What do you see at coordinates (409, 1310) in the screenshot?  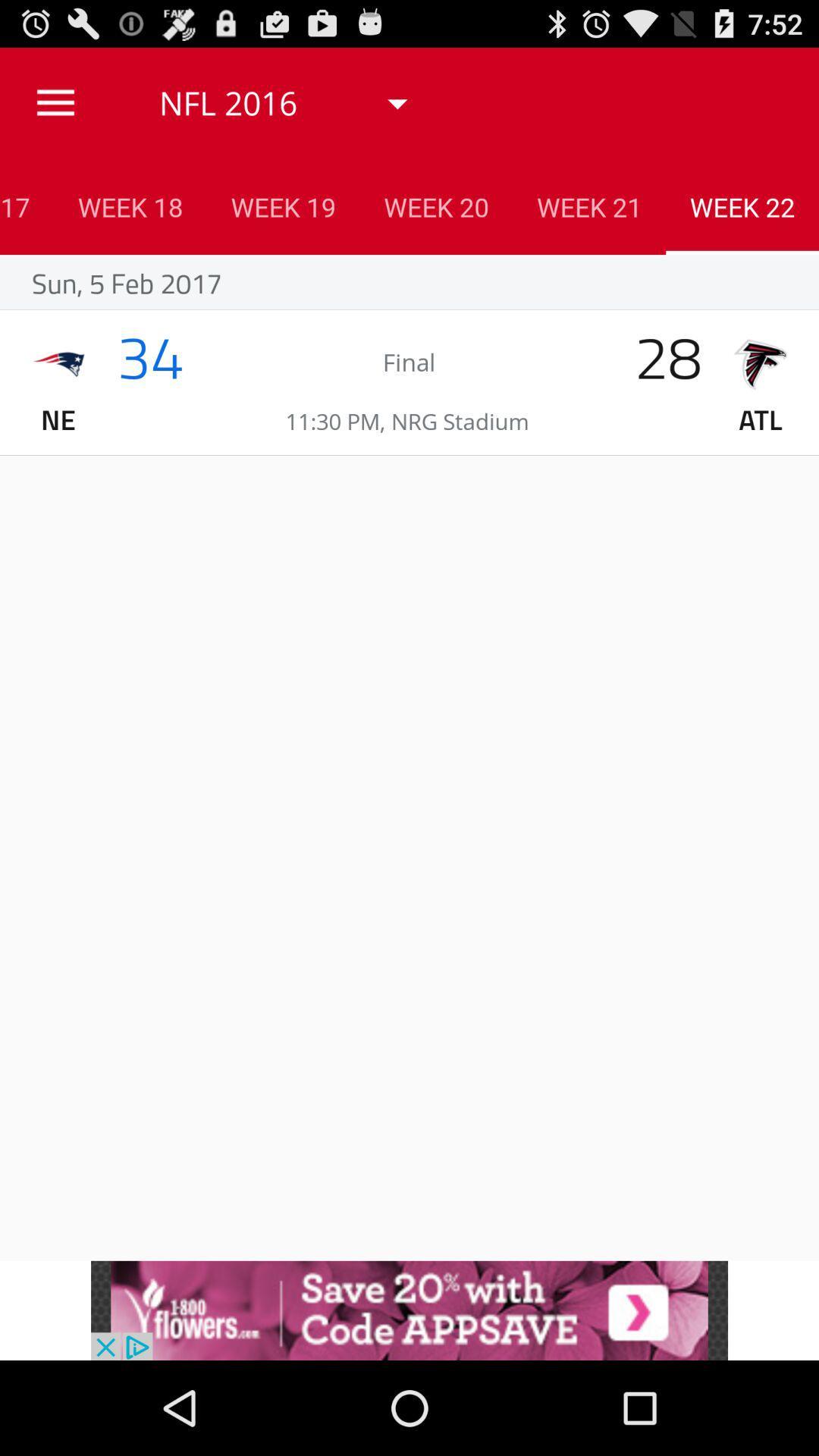 I see `advertisement` at bounding box center [409, 1310].